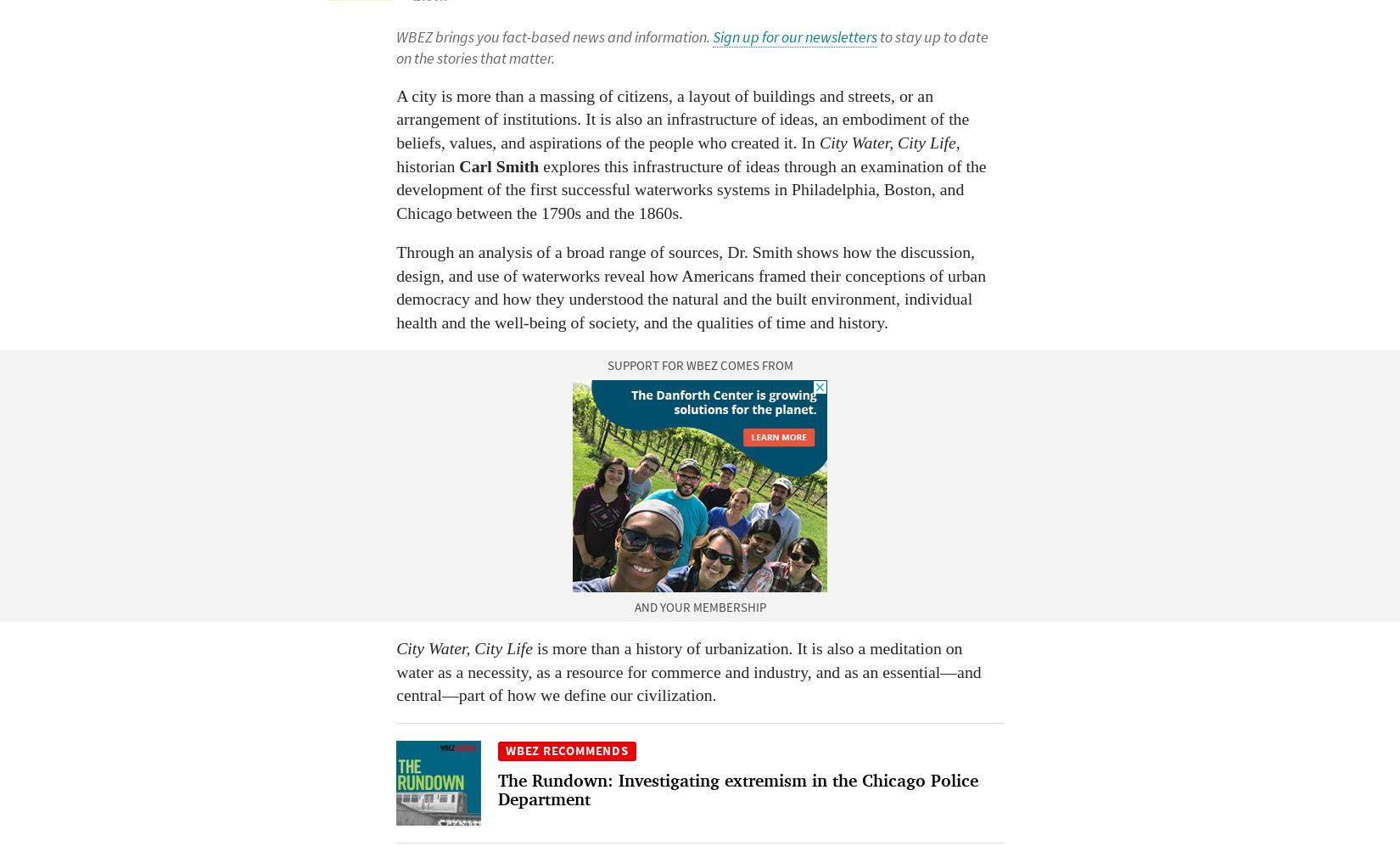 This screenshot has width=1400, height=846. Describe the element at coordinates (395, 36) in the screenshot. I see `'WBEZ brings you fact-based news and information.'` at that location.